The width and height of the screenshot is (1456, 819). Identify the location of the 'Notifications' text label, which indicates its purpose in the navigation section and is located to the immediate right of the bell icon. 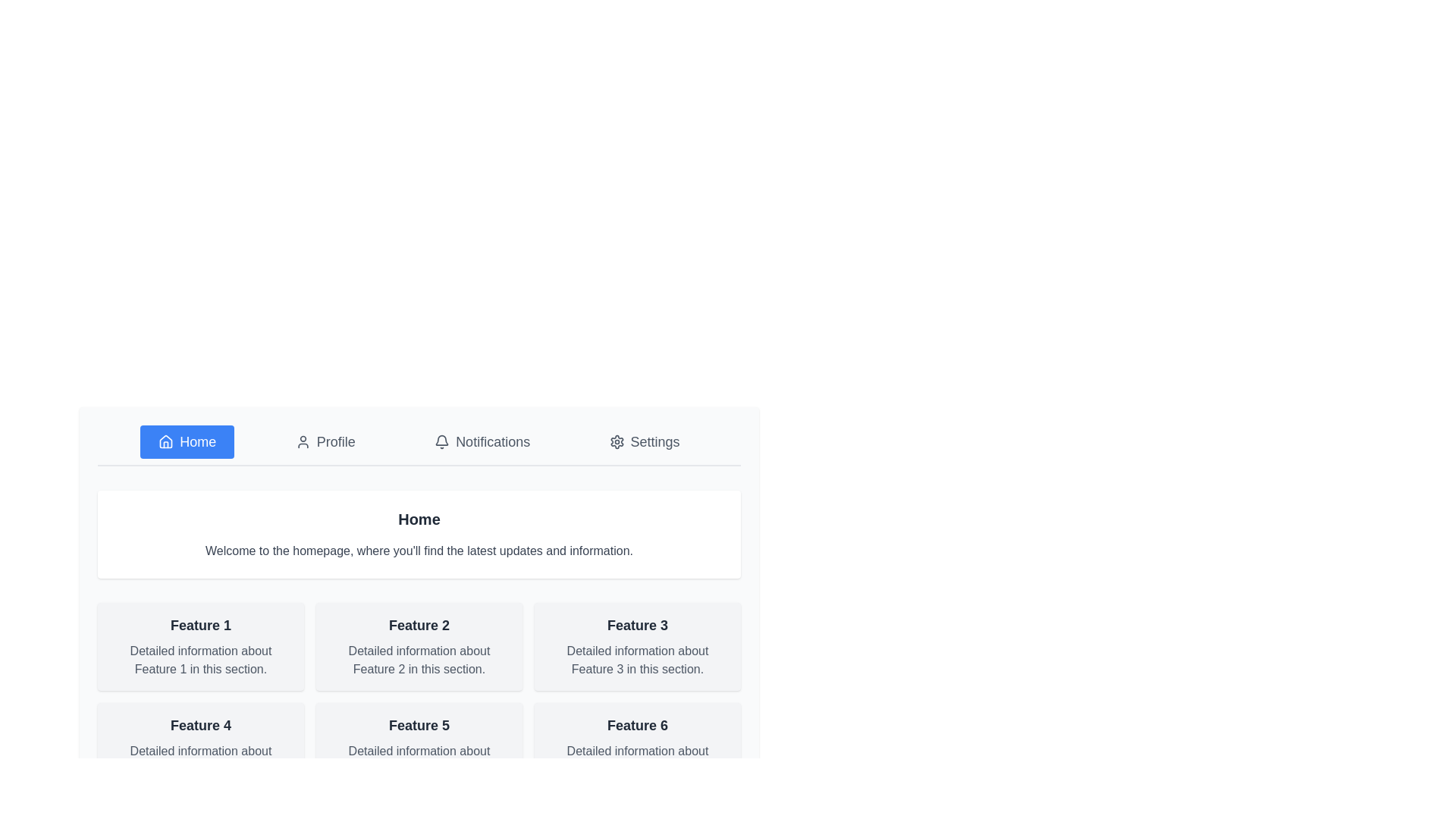
(493, 441).